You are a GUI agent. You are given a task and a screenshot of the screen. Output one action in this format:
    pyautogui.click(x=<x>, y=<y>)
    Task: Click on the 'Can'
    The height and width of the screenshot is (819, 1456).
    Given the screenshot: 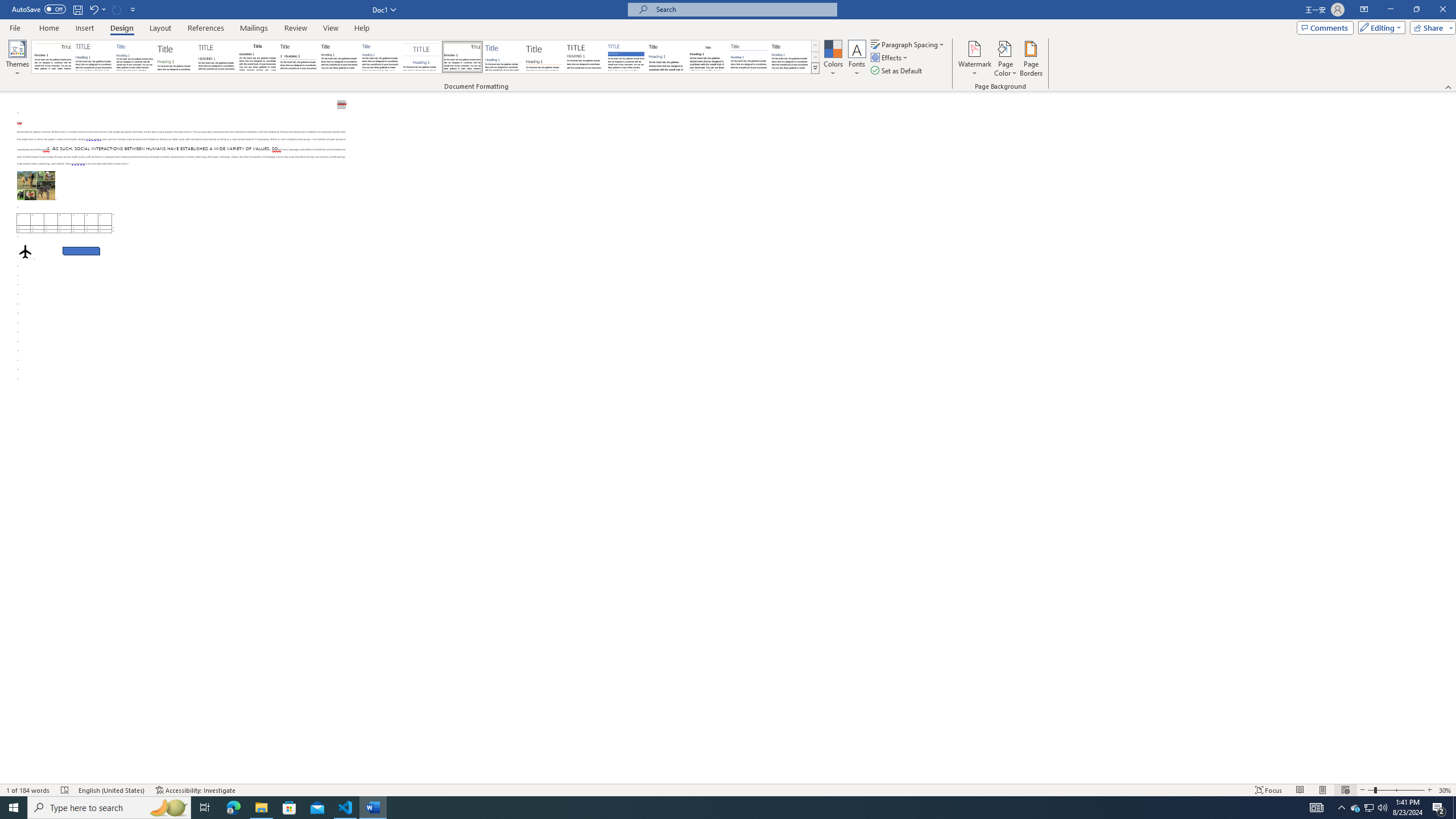 What is the action you would take?
    pyautogui.click(x=117, y=9)
    